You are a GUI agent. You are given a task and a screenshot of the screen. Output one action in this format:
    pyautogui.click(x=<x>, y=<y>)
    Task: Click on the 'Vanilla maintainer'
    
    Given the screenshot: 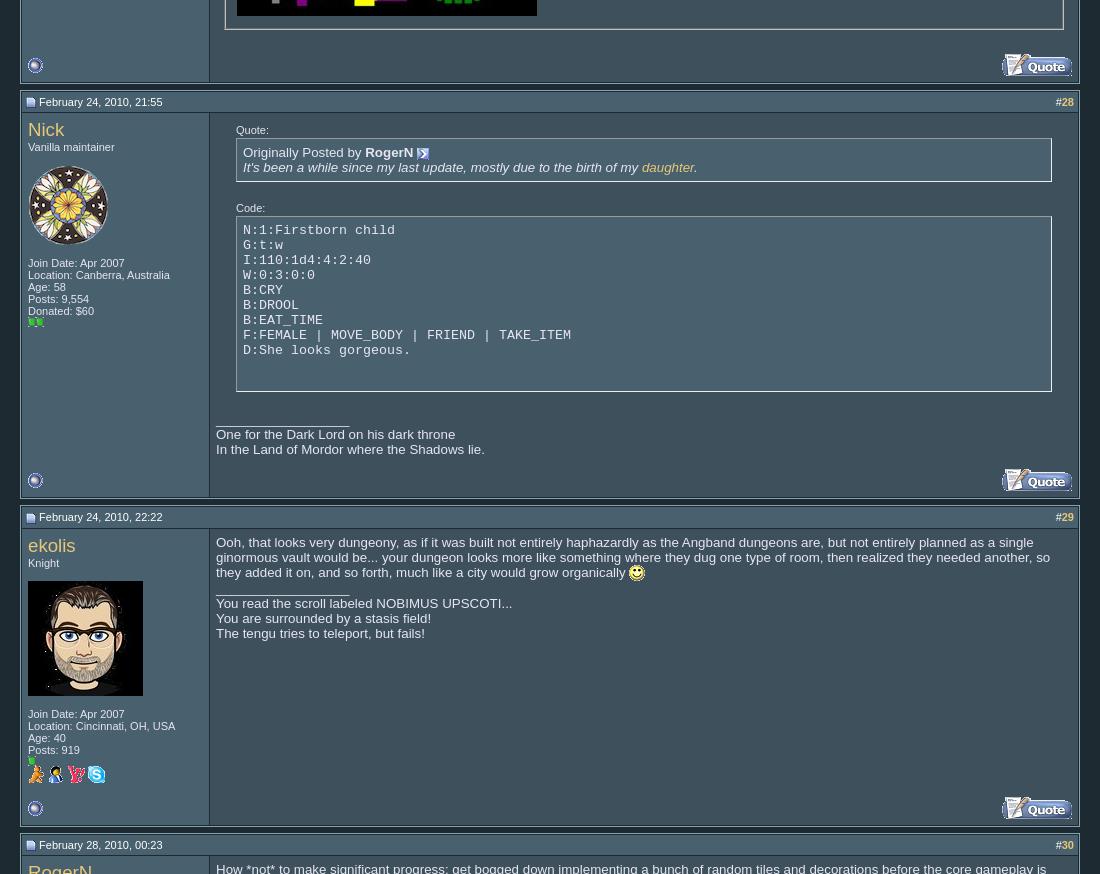 What is the action you would take?
    pyautogui.click(x=70, y=146)
    